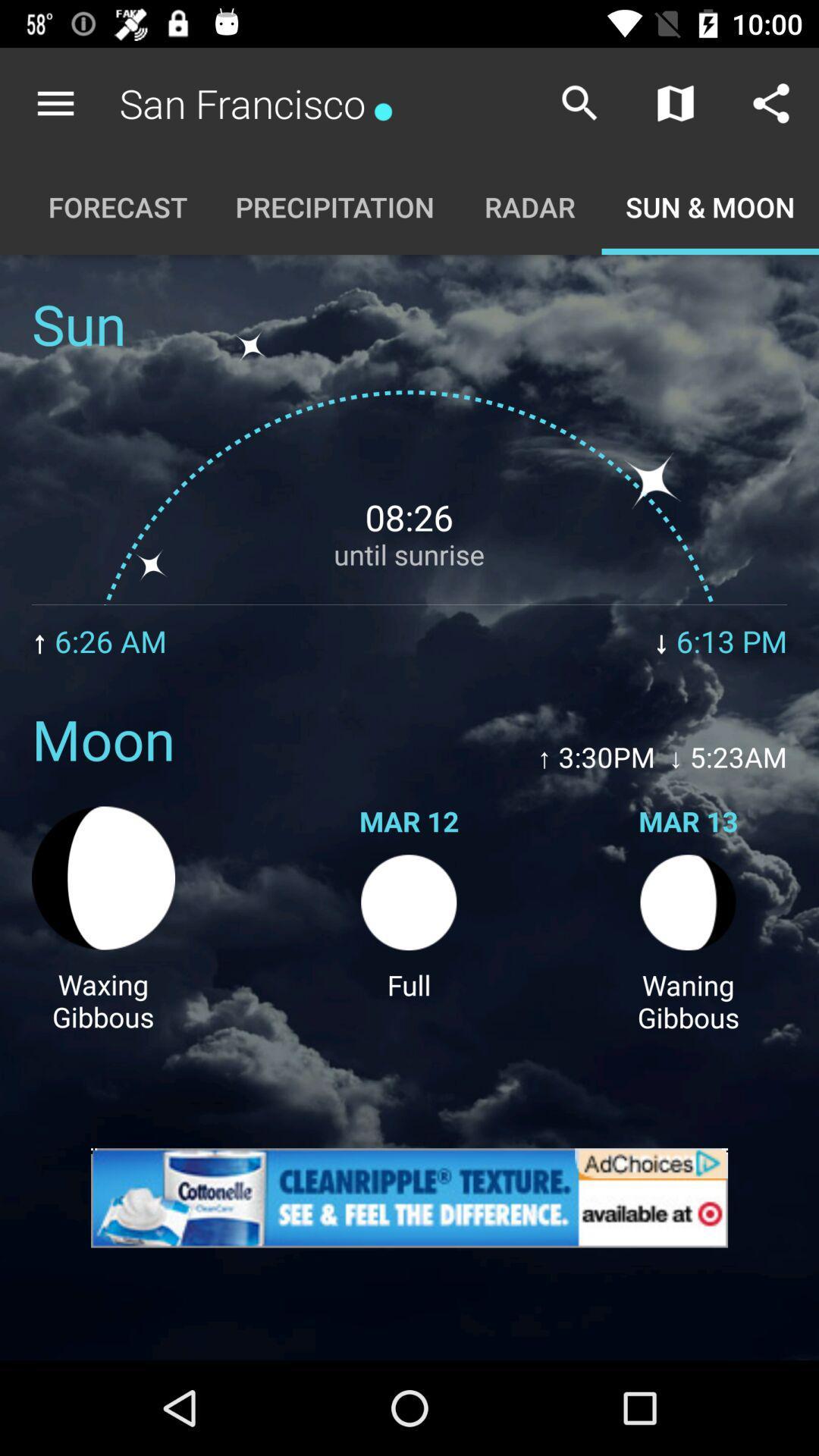  Describe the element at coordinates (55, 102) in the screenshot. I see `item above the forecast` at that location.